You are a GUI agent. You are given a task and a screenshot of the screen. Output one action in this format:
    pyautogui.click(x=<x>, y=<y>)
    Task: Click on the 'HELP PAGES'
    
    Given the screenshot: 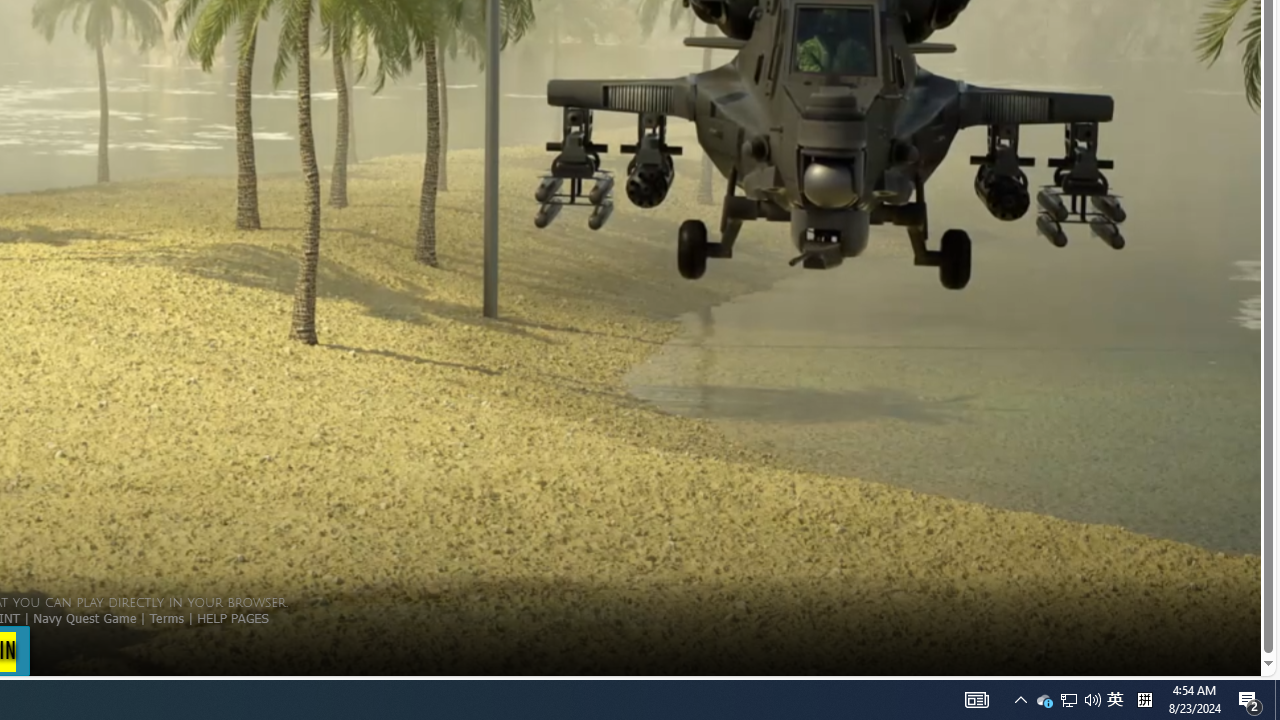 What is the action you would take?
    pyautogui.click(x=232, y=616)
    